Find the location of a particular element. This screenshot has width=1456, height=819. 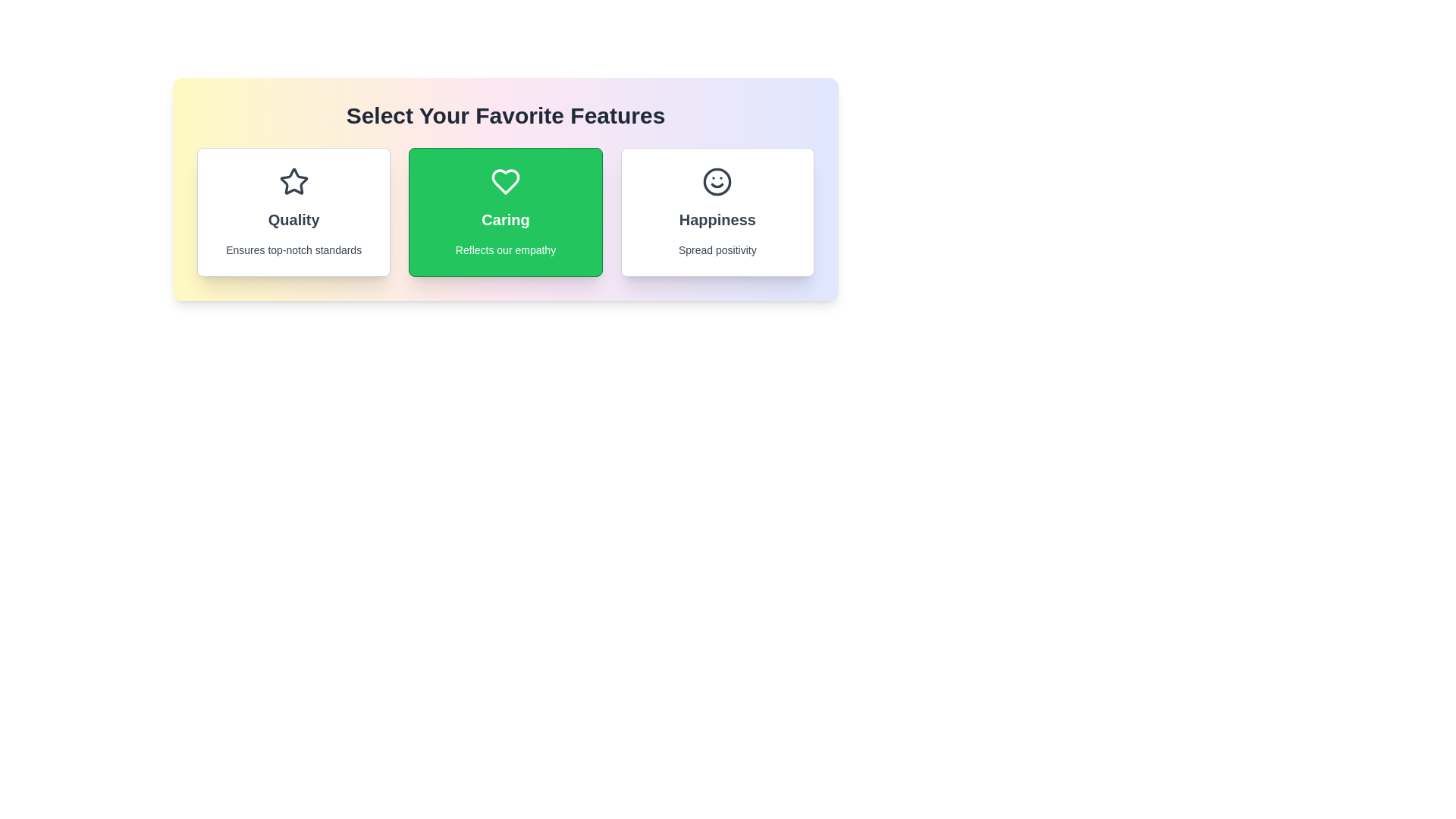

the feature card Quality by clicking on it is located at coordinates (293, 212).